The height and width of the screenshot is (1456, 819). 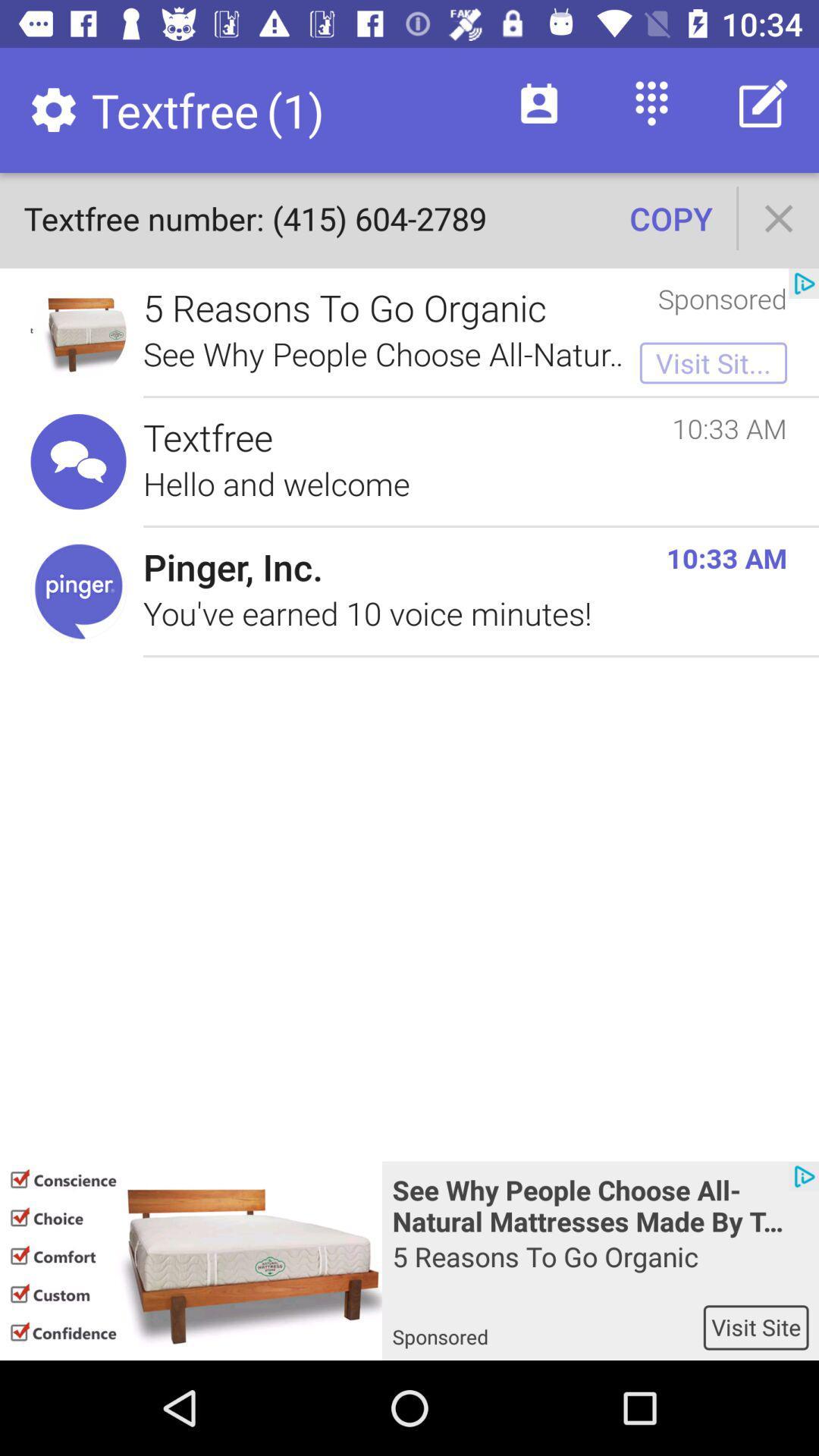 I want to click on the close icon, so click(x=779, y=218).